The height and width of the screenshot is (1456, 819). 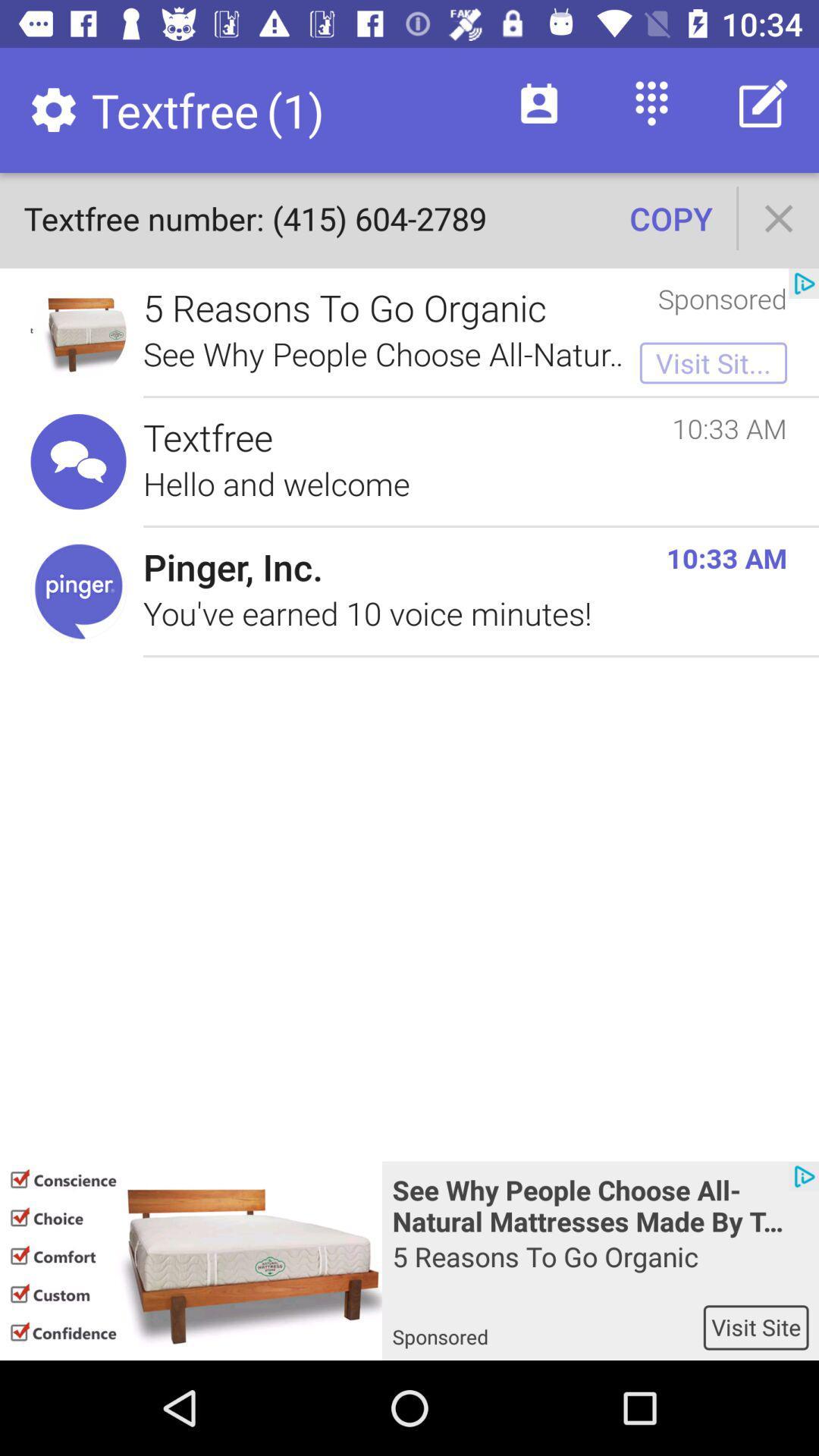 I want to click on the close icon, so click(x=779, y=218).